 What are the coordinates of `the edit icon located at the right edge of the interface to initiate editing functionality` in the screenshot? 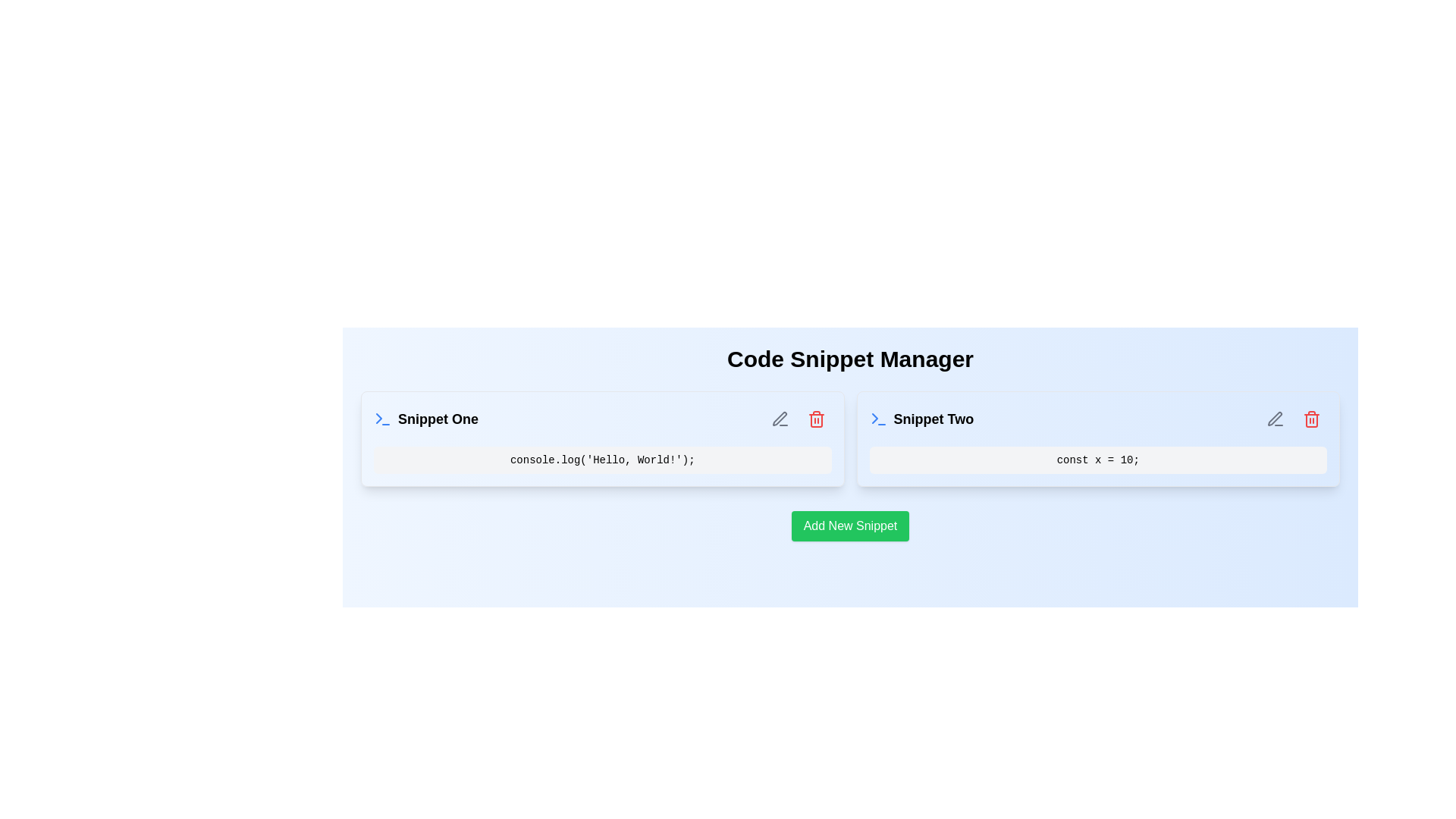 It's located at (1274, 419).